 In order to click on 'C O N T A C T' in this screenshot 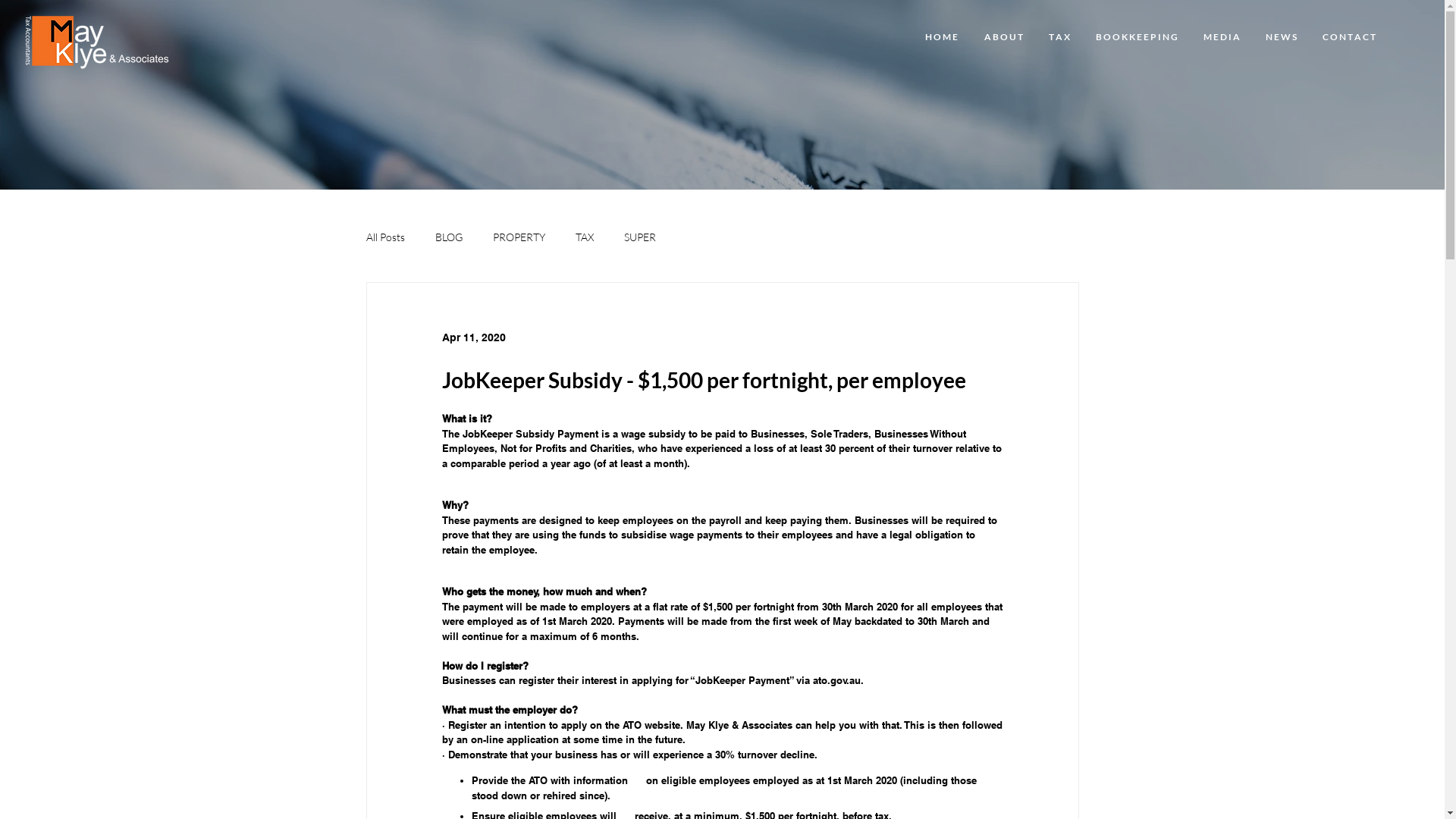, I will do `click(1349, 36)`.